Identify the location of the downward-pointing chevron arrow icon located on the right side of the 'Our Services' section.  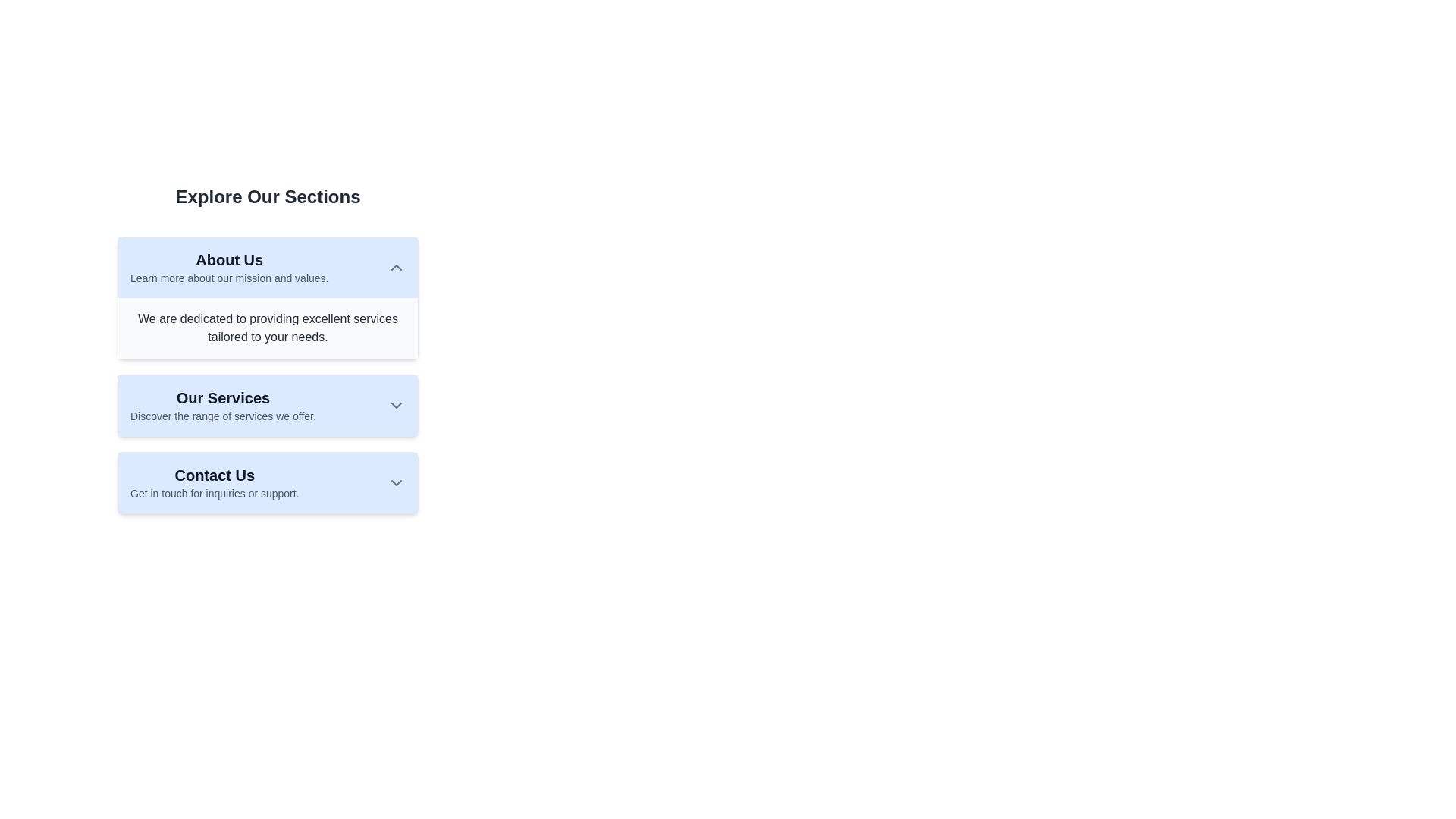
(397, 405).